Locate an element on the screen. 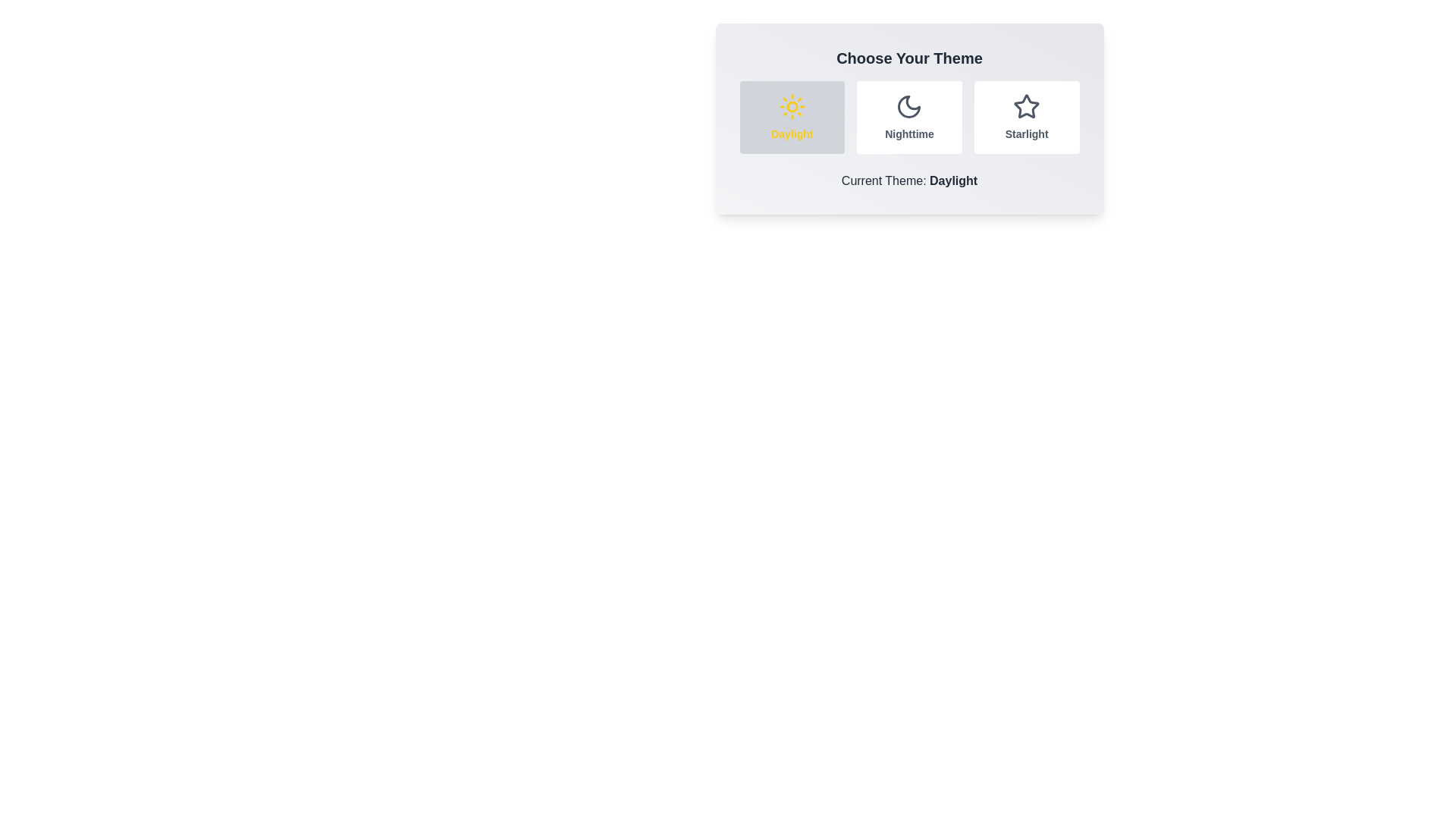 The width and height of the screenshot is (1456, 819). the Starlight button to observe its hover effect is located at coordinates (1027, 116).